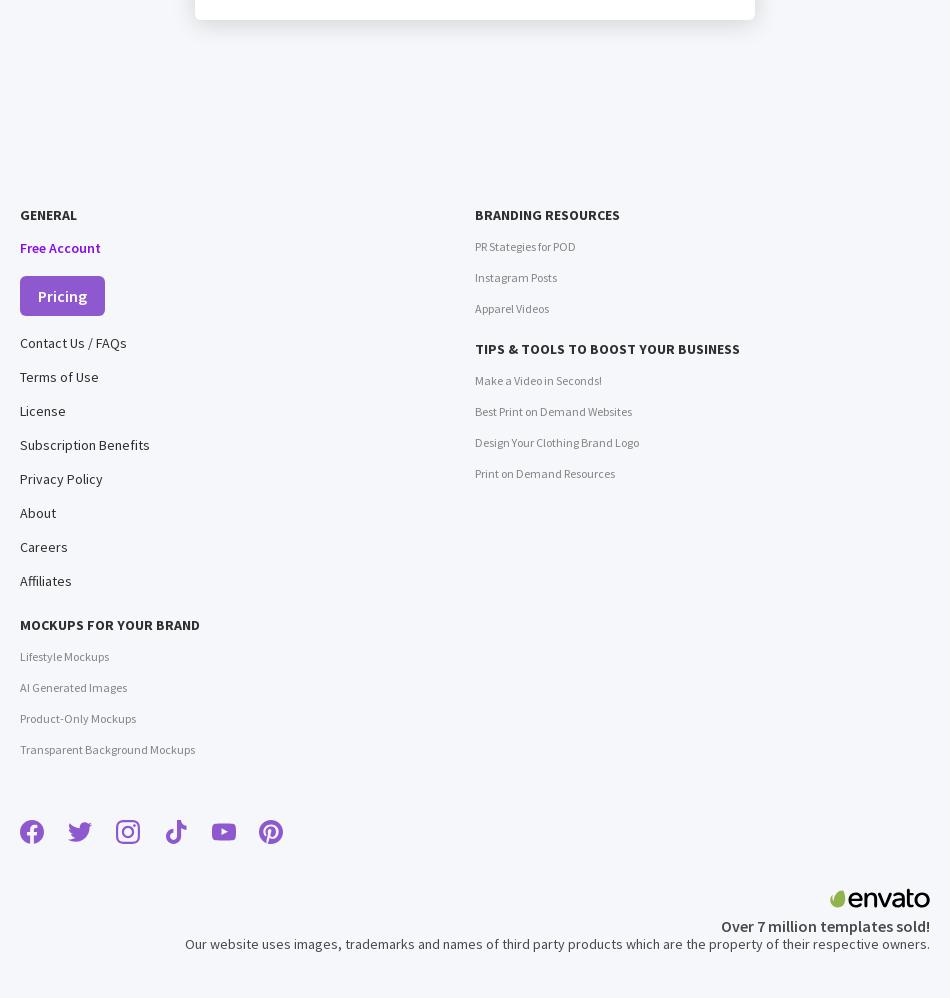  What do you see at coordinates (607, 349) in the screenshot?
I see `'Tips & Tools to boost your business'` at bounding box center [607, 349].